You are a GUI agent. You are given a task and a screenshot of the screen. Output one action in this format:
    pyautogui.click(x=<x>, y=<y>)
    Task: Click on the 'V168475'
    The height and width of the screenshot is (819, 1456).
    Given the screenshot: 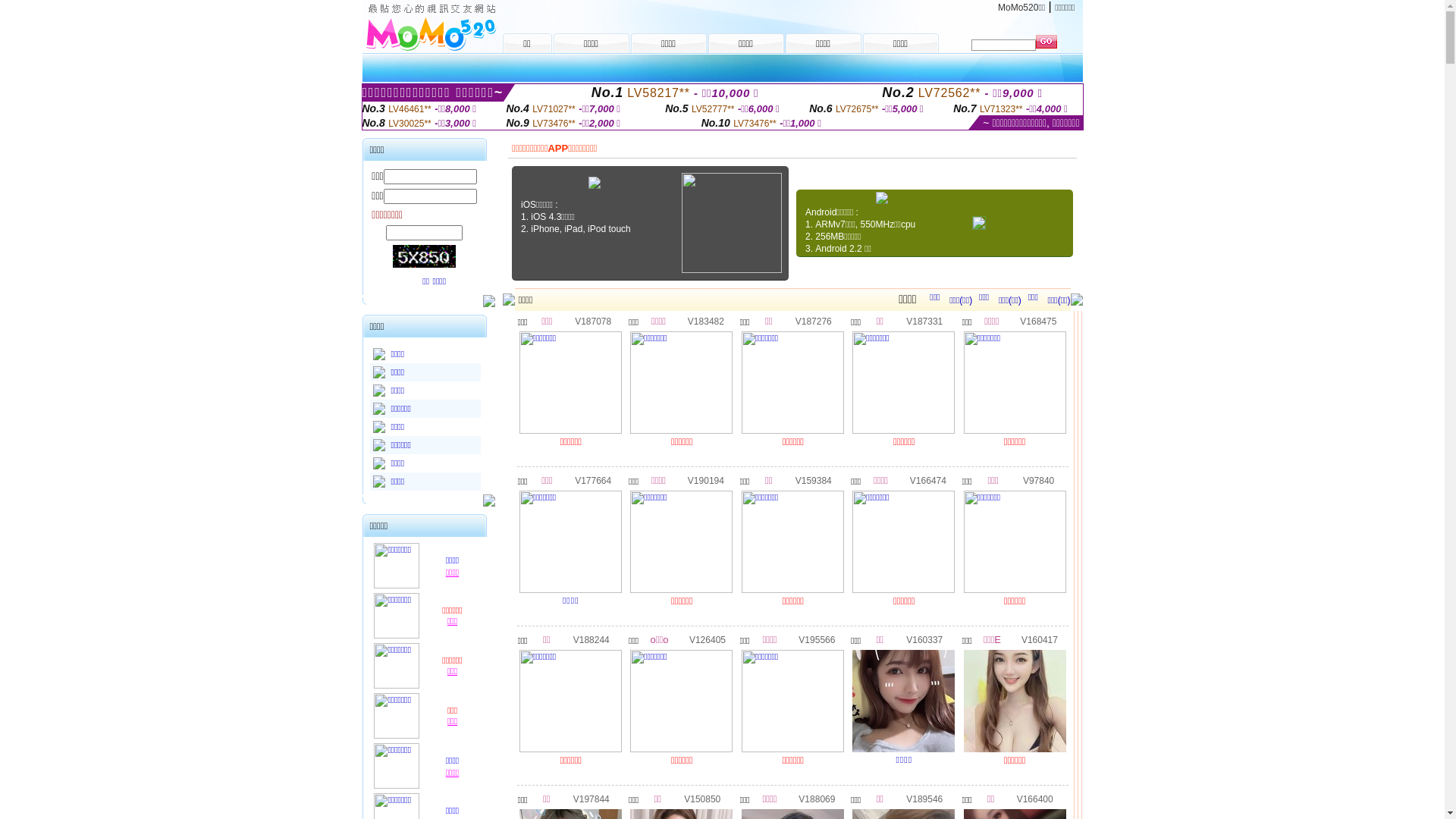 What is the action you would take?
    pyautogui.click(x=1037, y=320)
    